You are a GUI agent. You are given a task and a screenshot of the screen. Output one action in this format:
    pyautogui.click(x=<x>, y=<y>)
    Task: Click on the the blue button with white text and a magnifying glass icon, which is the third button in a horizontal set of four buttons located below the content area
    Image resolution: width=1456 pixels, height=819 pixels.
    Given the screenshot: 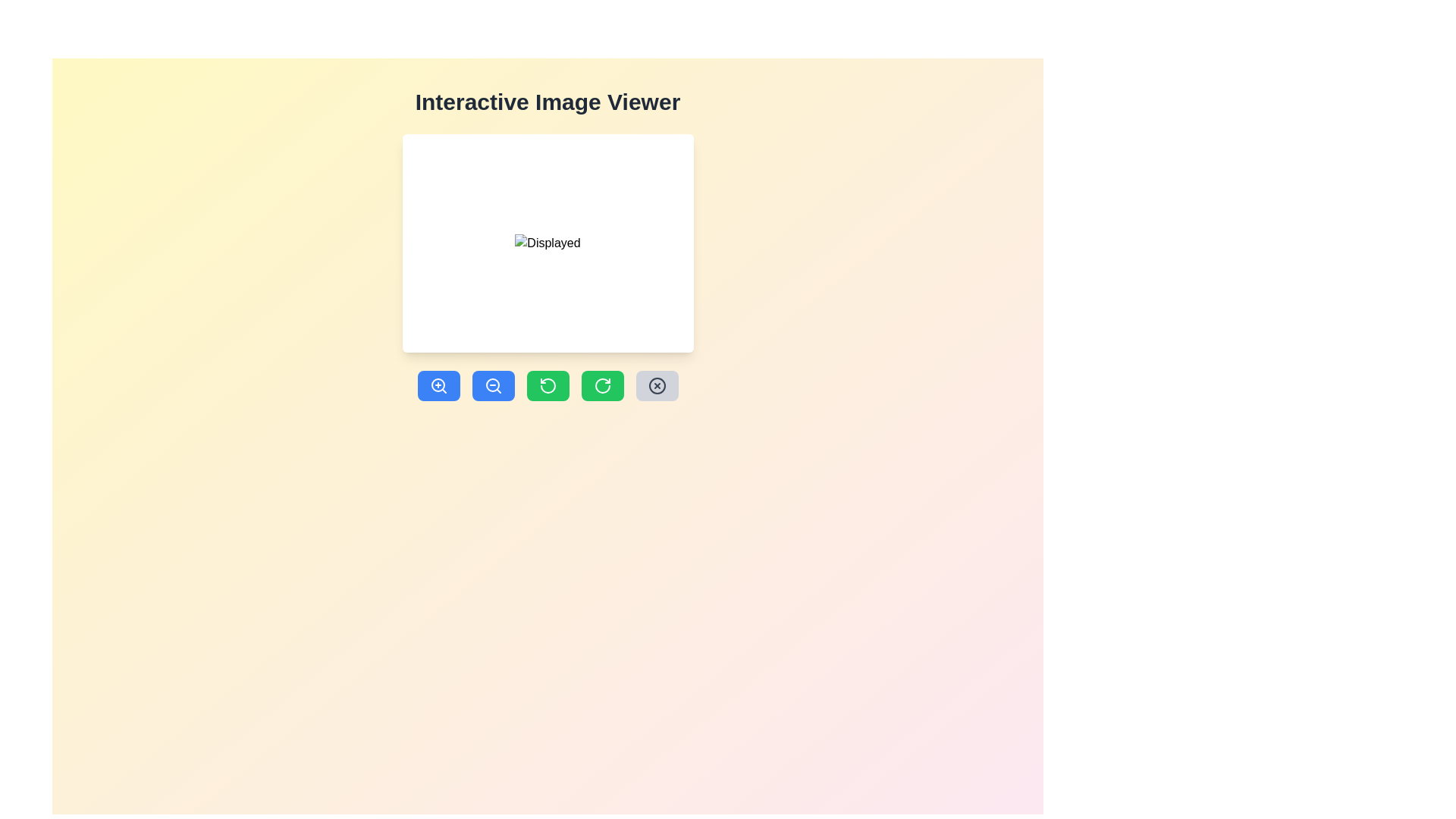 What is the action you would take?
    pyautogui.click(x=493, y=385)
    